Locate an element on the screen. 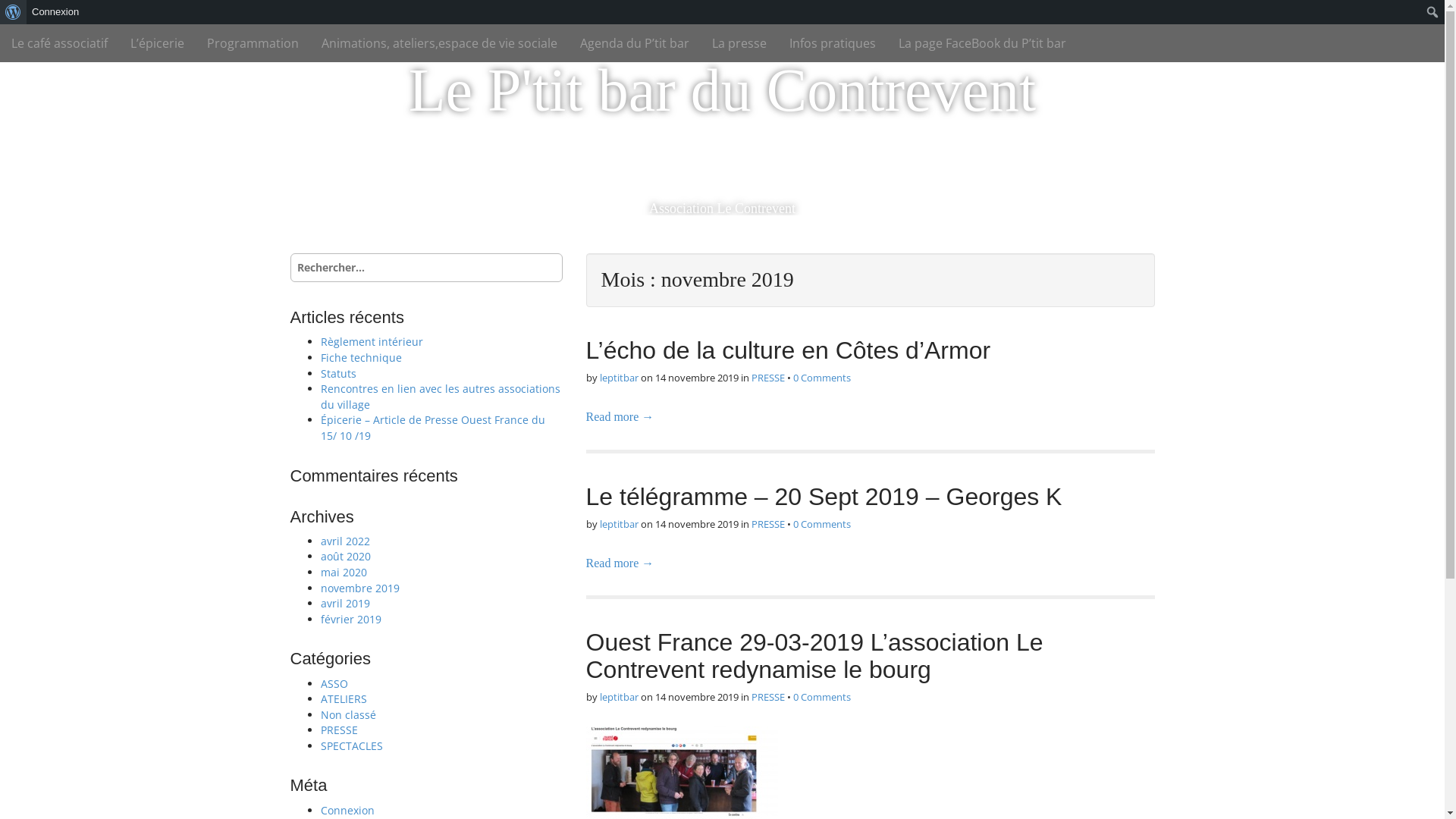  '0 Comments' is located at coordinates (821, 376).